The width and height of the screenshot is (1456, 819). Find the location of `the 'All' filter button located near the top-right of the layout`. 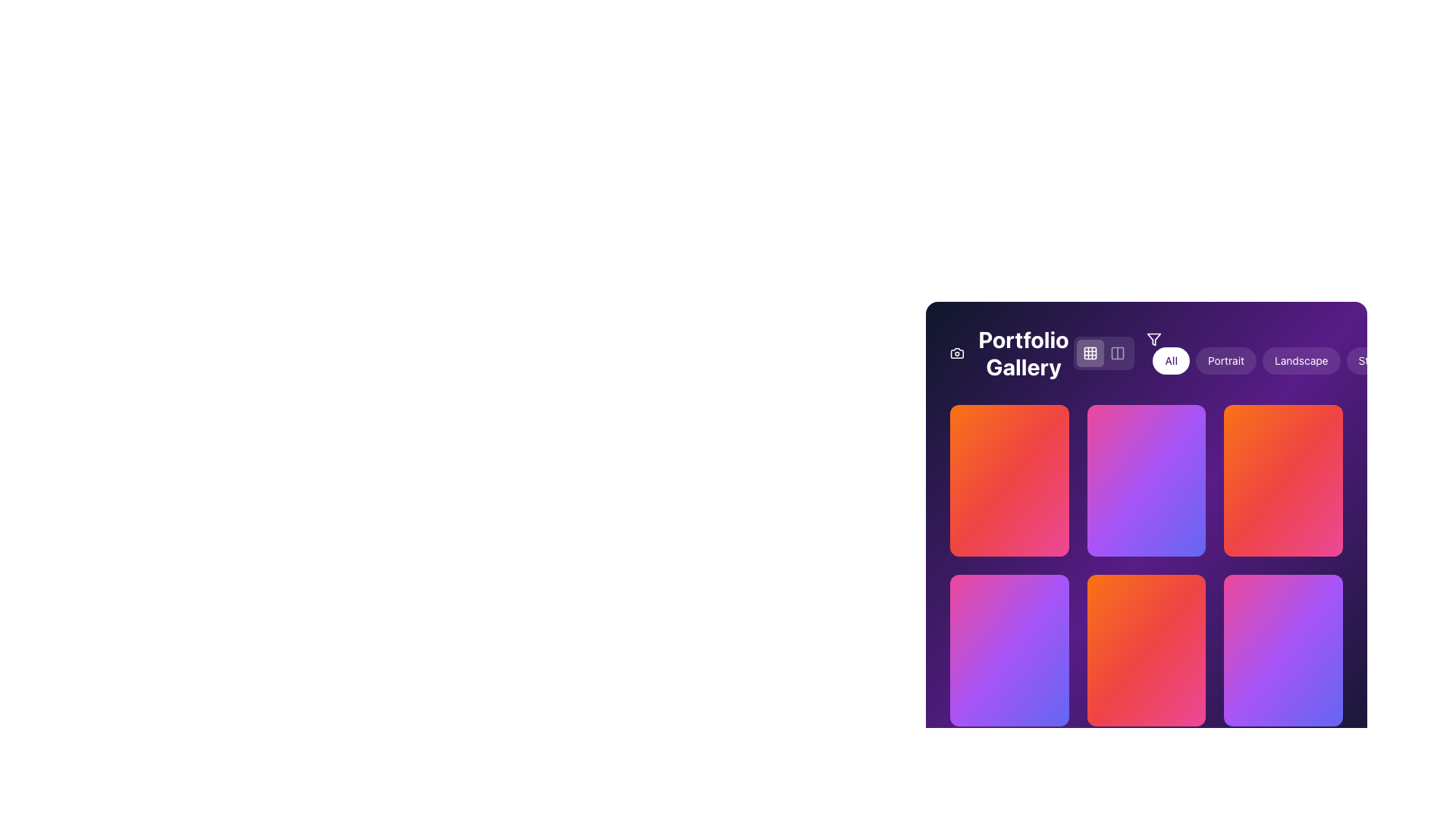

the 'All' filter button located near the top-right of the layout is located at coordinates (1170, 360).